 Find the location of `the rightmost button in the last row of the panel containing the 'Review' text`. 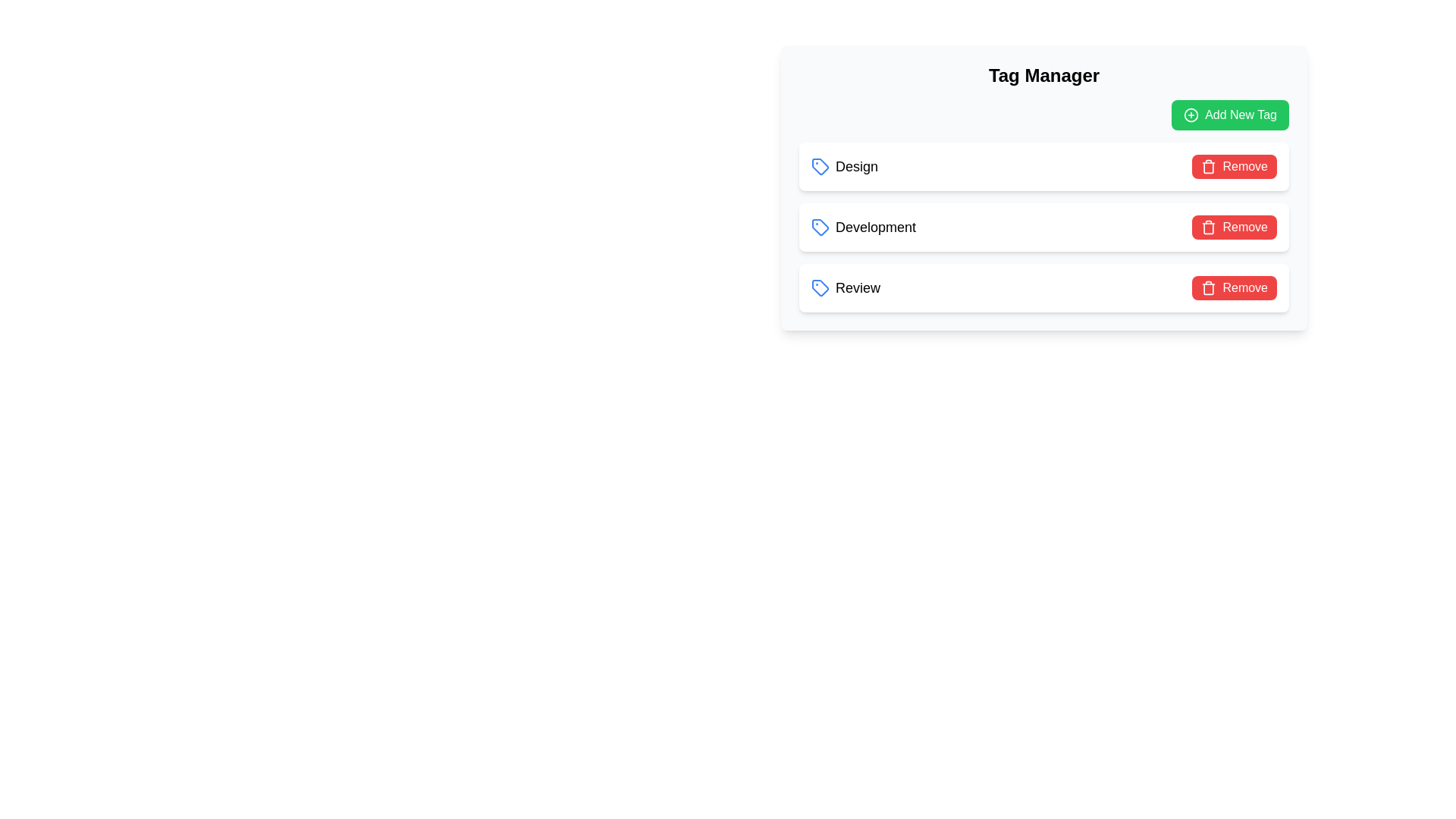

the rightmost button in the last row of the panel containing the 'Review' text is located at coordinates (1234, 288).